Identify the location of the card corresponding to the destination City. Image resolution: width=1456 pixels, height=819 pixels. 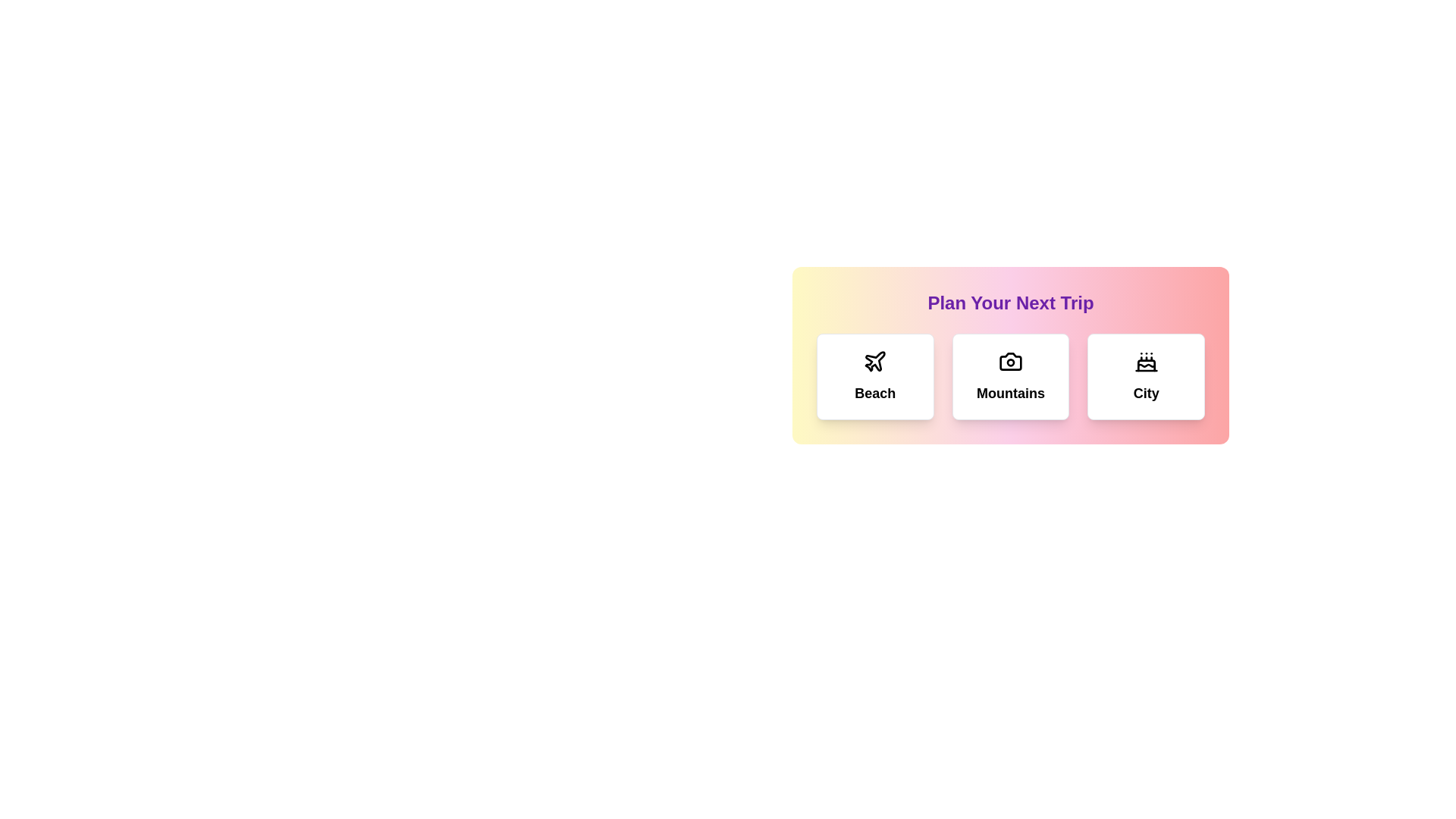
(1147, 376).